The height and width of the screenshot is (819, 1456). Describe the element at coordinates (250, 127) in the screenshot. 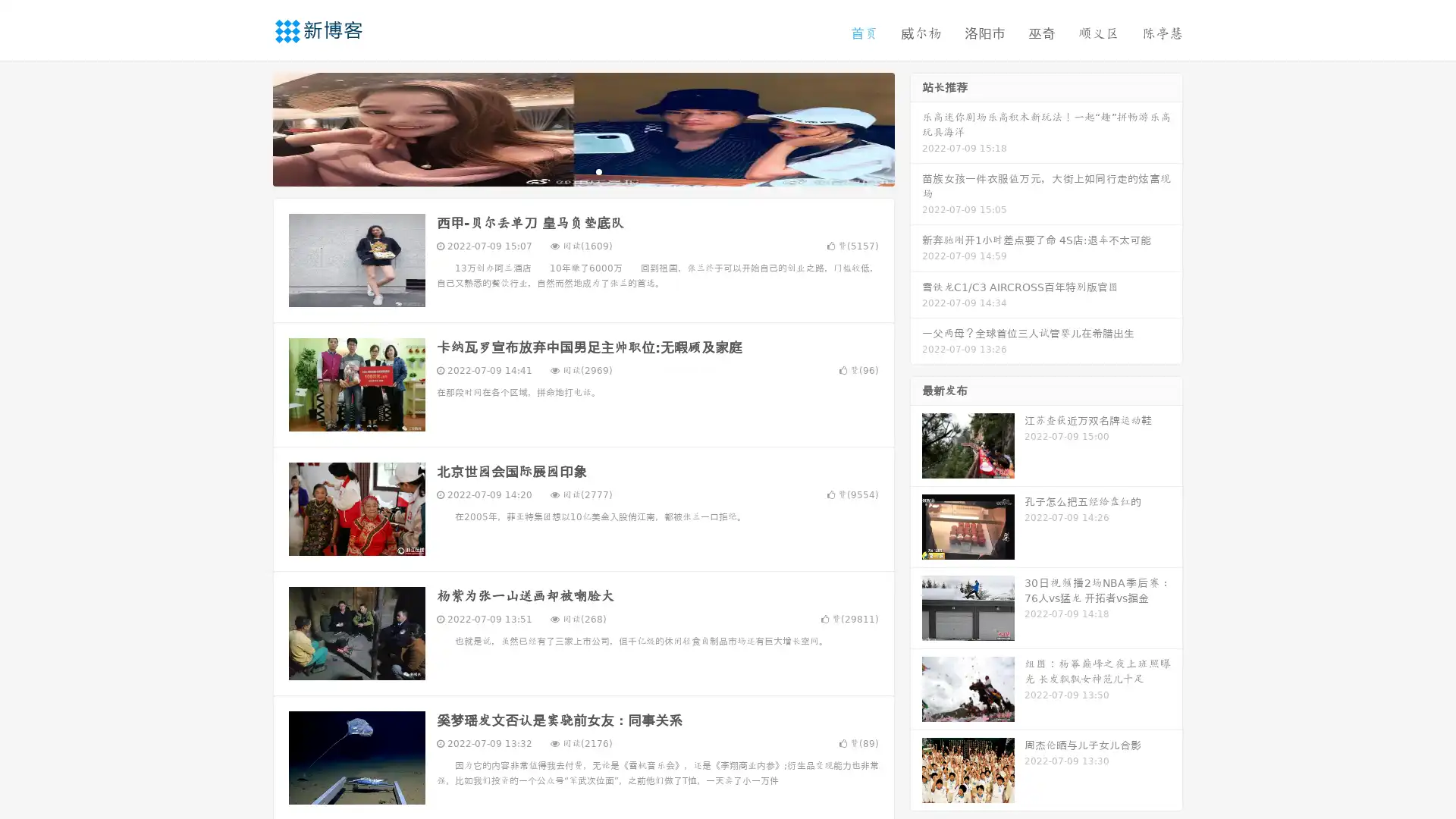

I see `Previous slide` at that location.